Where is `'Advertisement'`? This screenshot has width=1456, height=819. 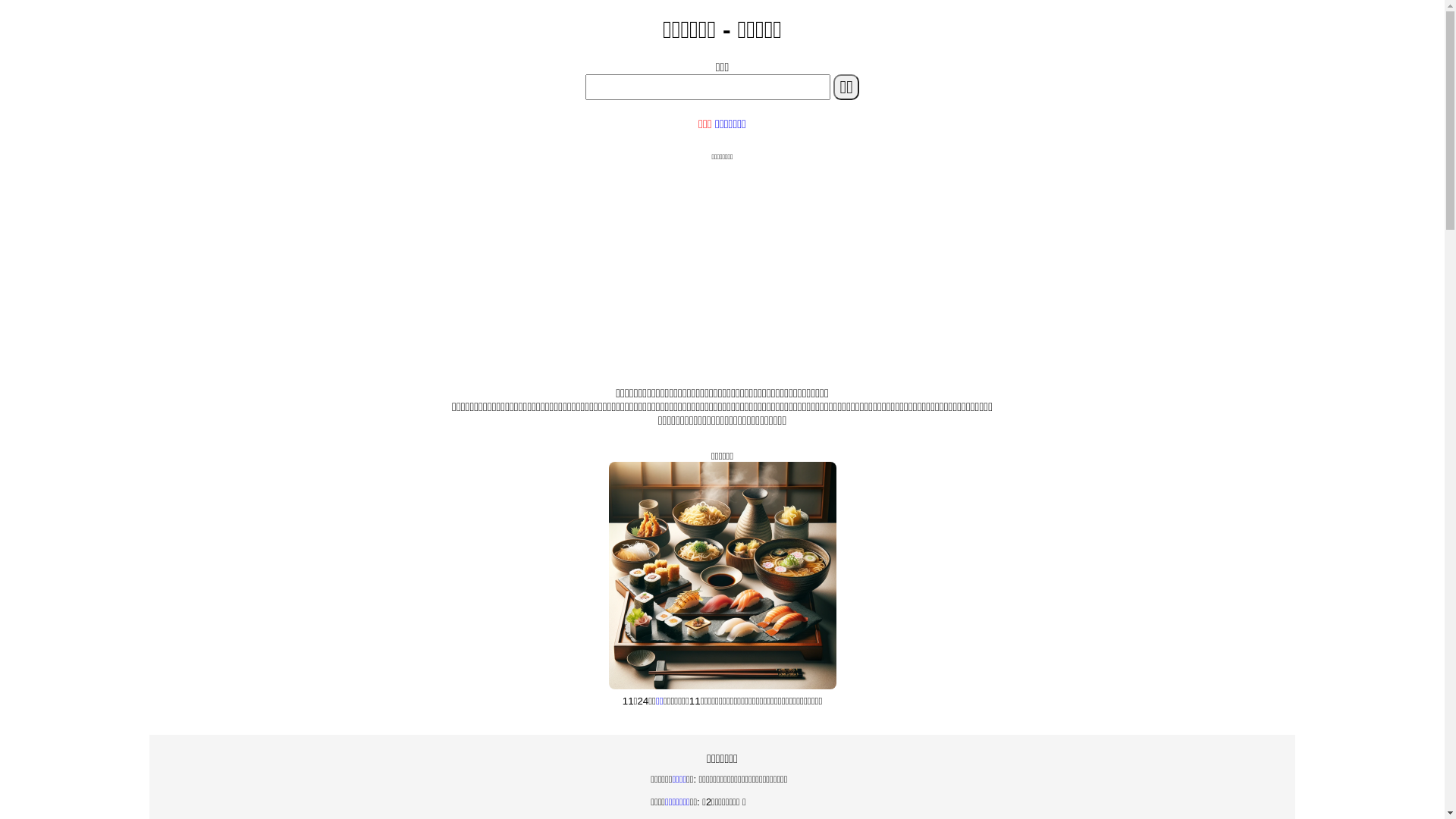
'Advertisement' is located at coordinates (720, 268).